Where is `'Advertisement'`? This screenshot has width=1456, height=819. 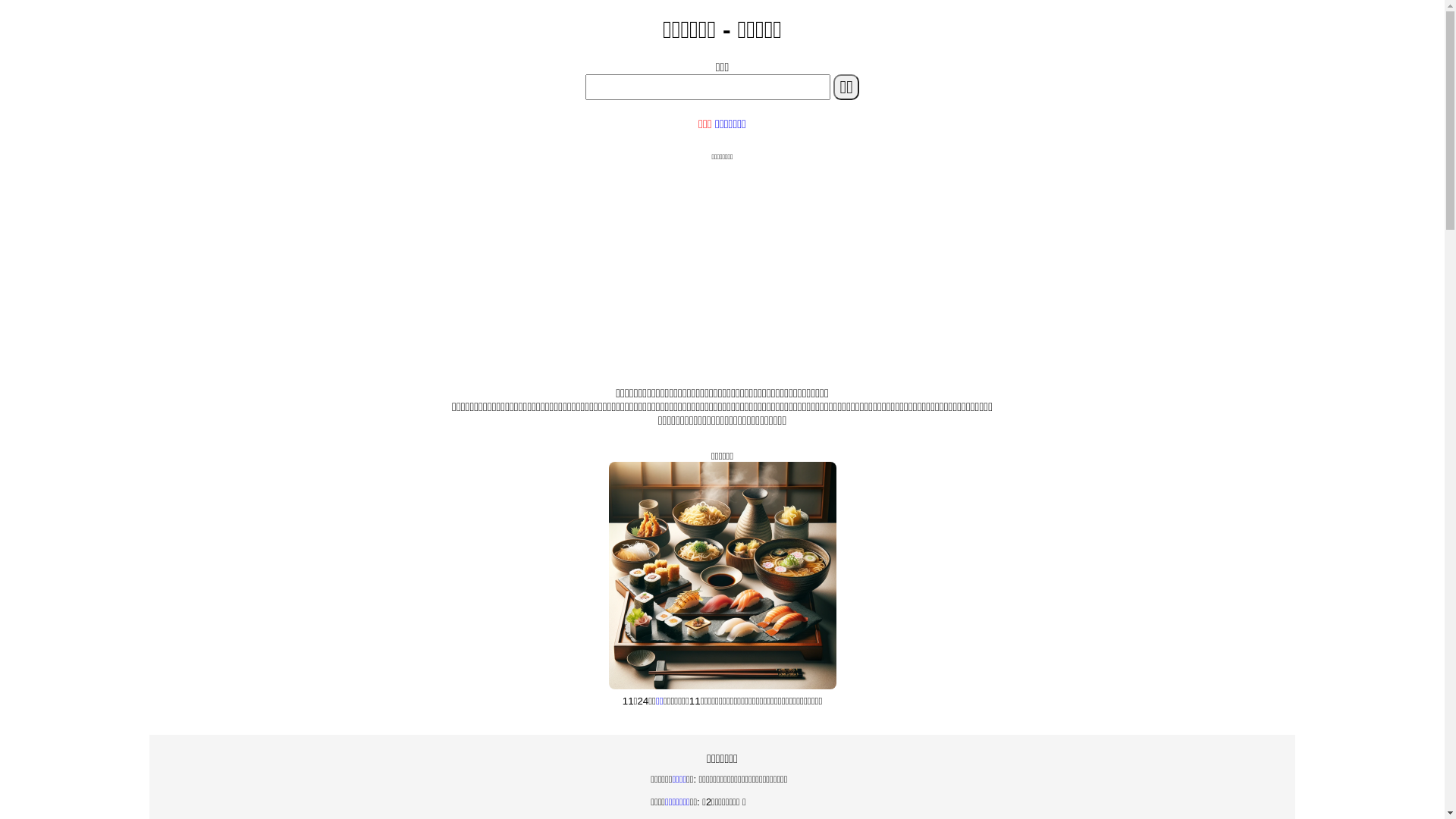
'Advertisement' is located at coordinates (720, 268).